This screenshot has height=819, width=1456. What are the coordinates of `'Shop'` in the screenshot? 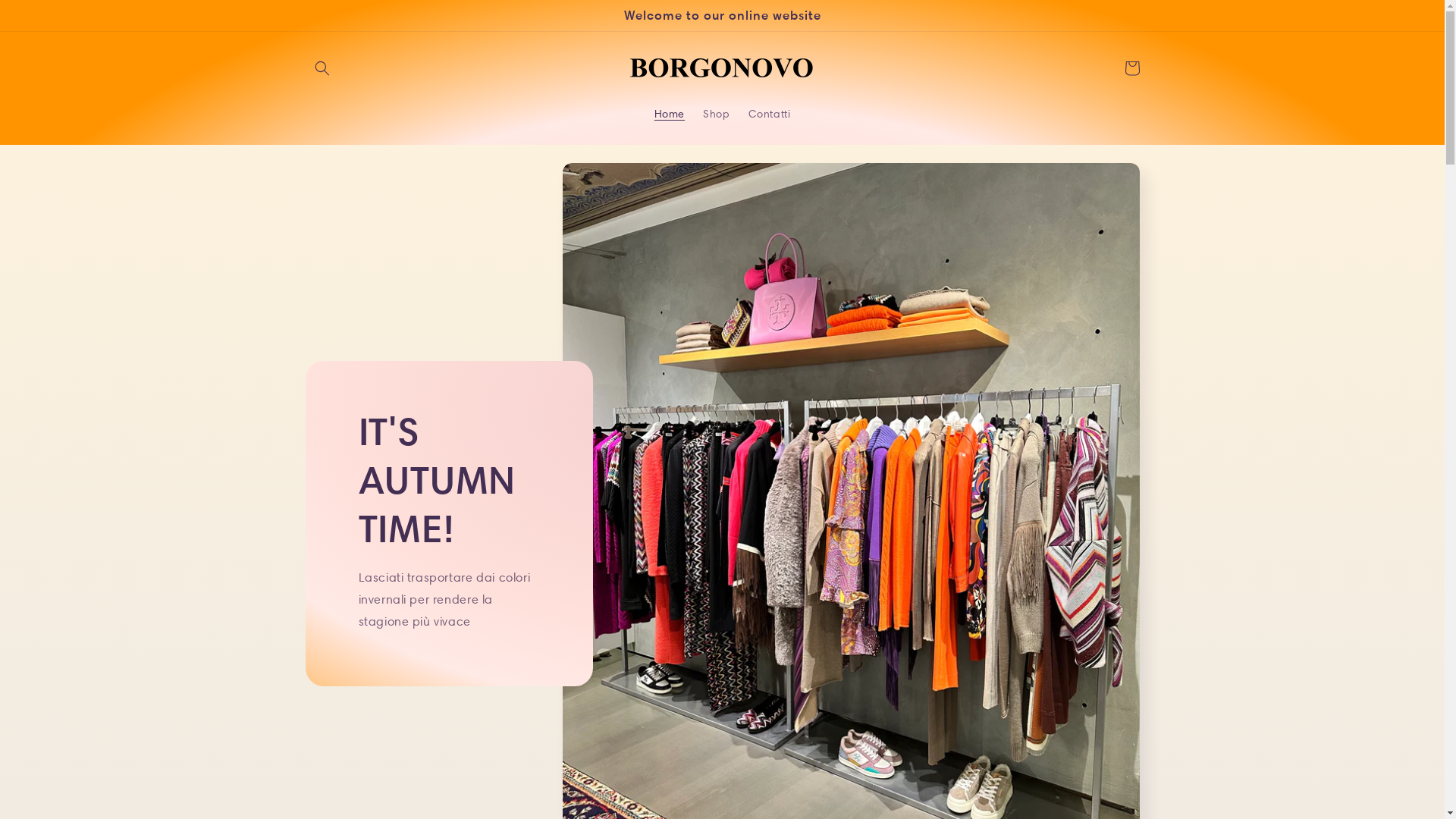 It's located at (715, 113).